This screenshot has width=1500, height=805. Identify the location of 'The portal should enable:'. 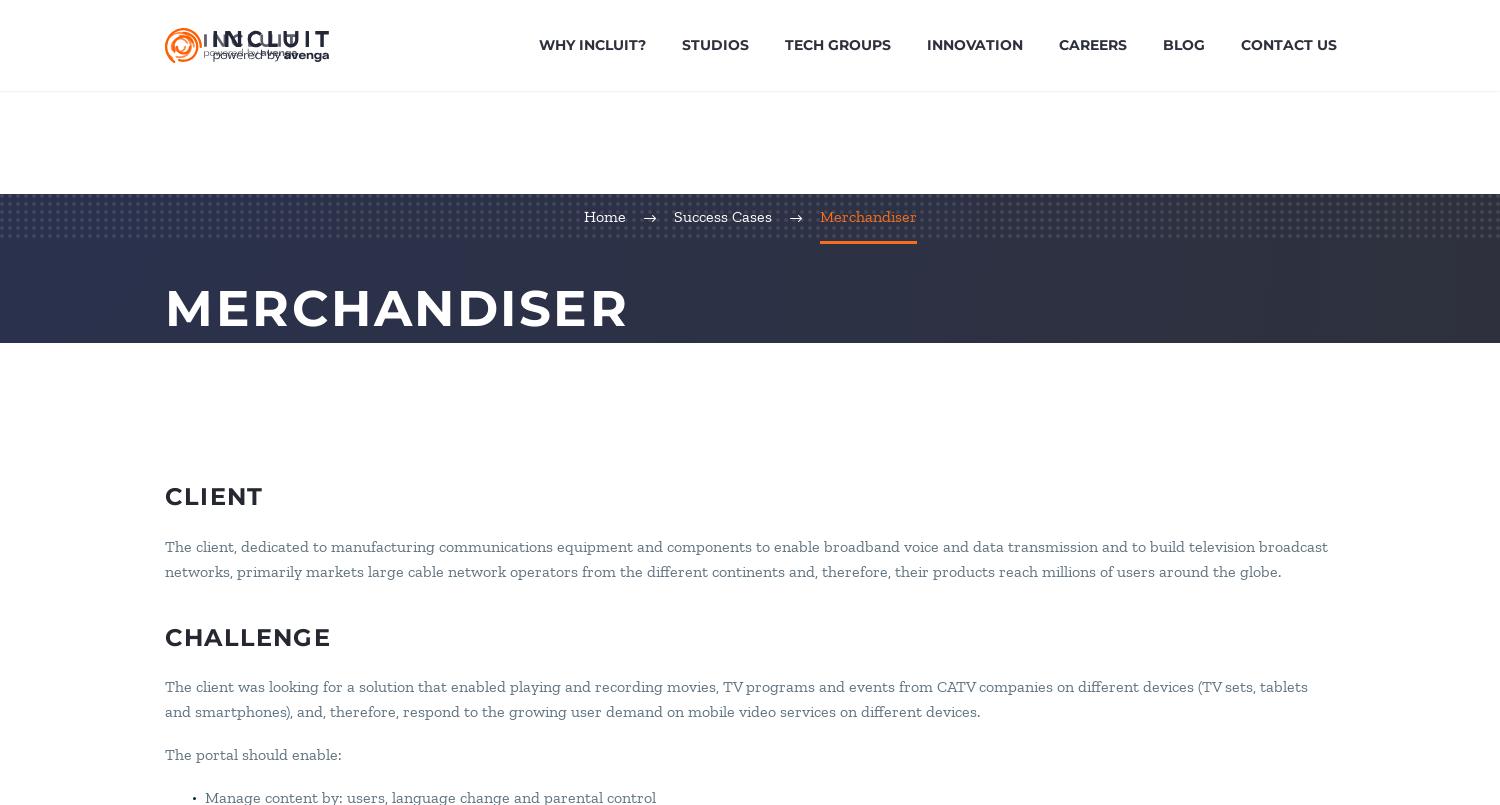
(253, 752).